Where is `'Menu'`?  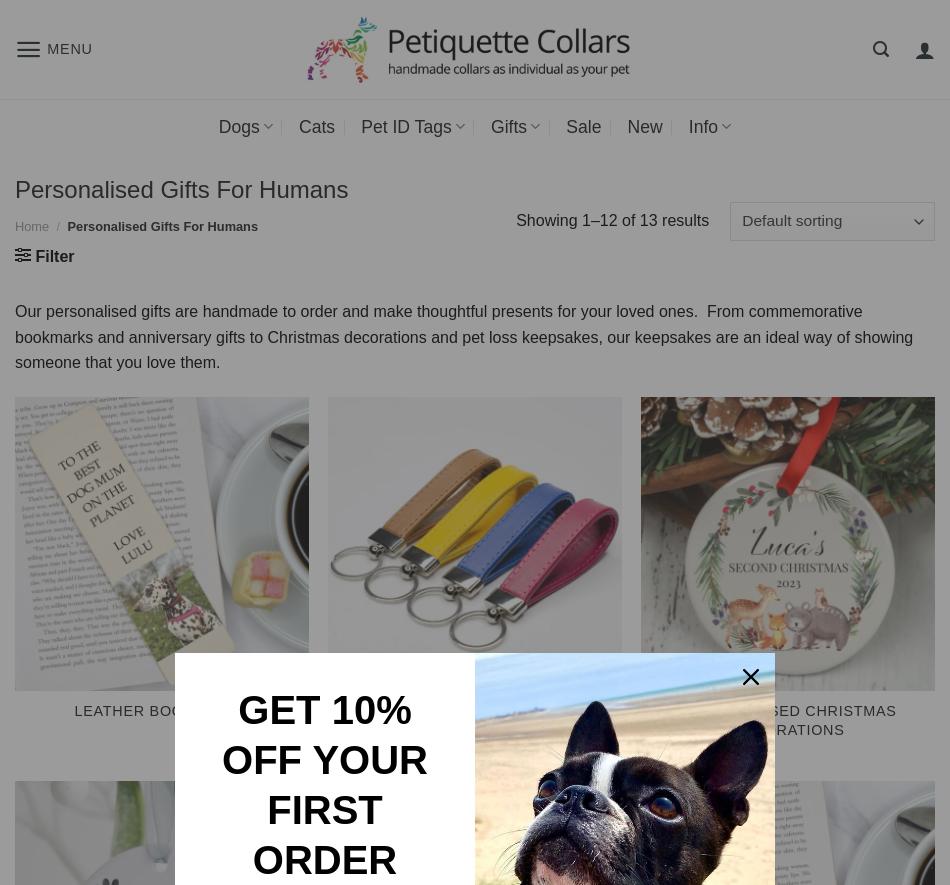
'Menu' is located at coordinates (69, 46).